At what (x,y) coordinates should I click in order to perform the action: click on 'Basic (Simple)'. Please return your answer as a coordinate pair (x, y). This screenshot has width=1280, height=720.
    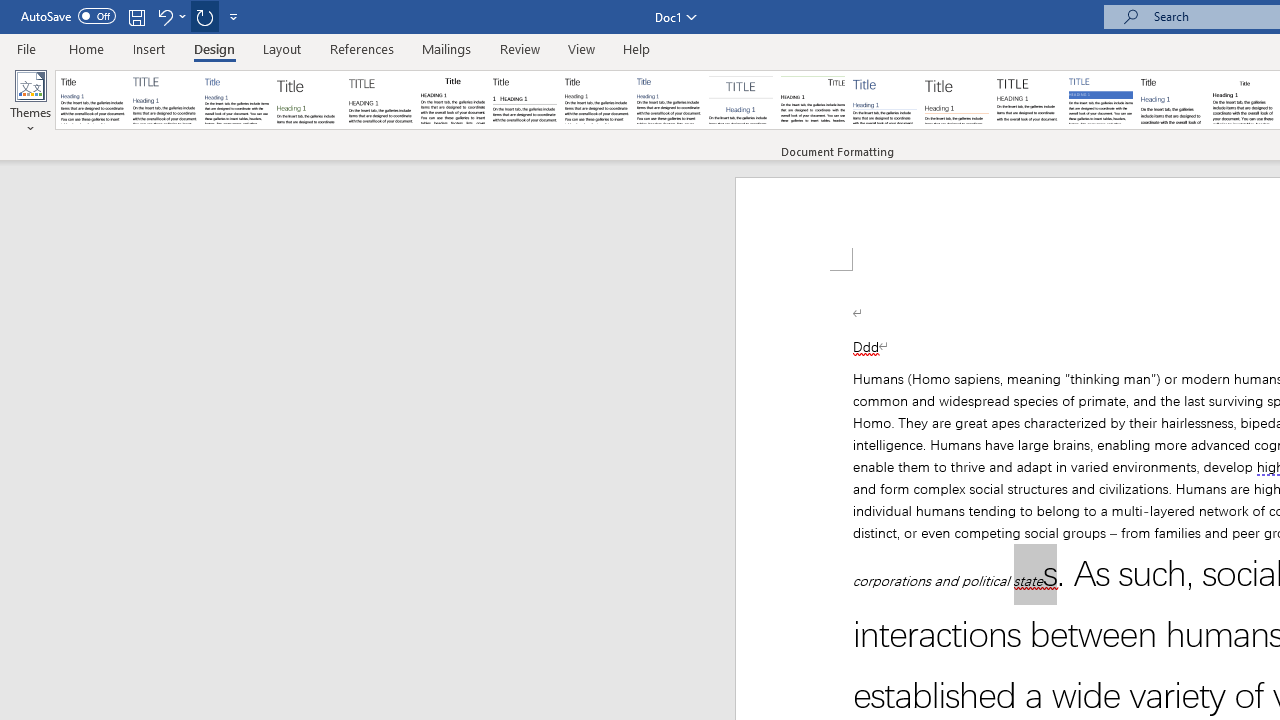
    Looking at the image, I should click on (236, 100).